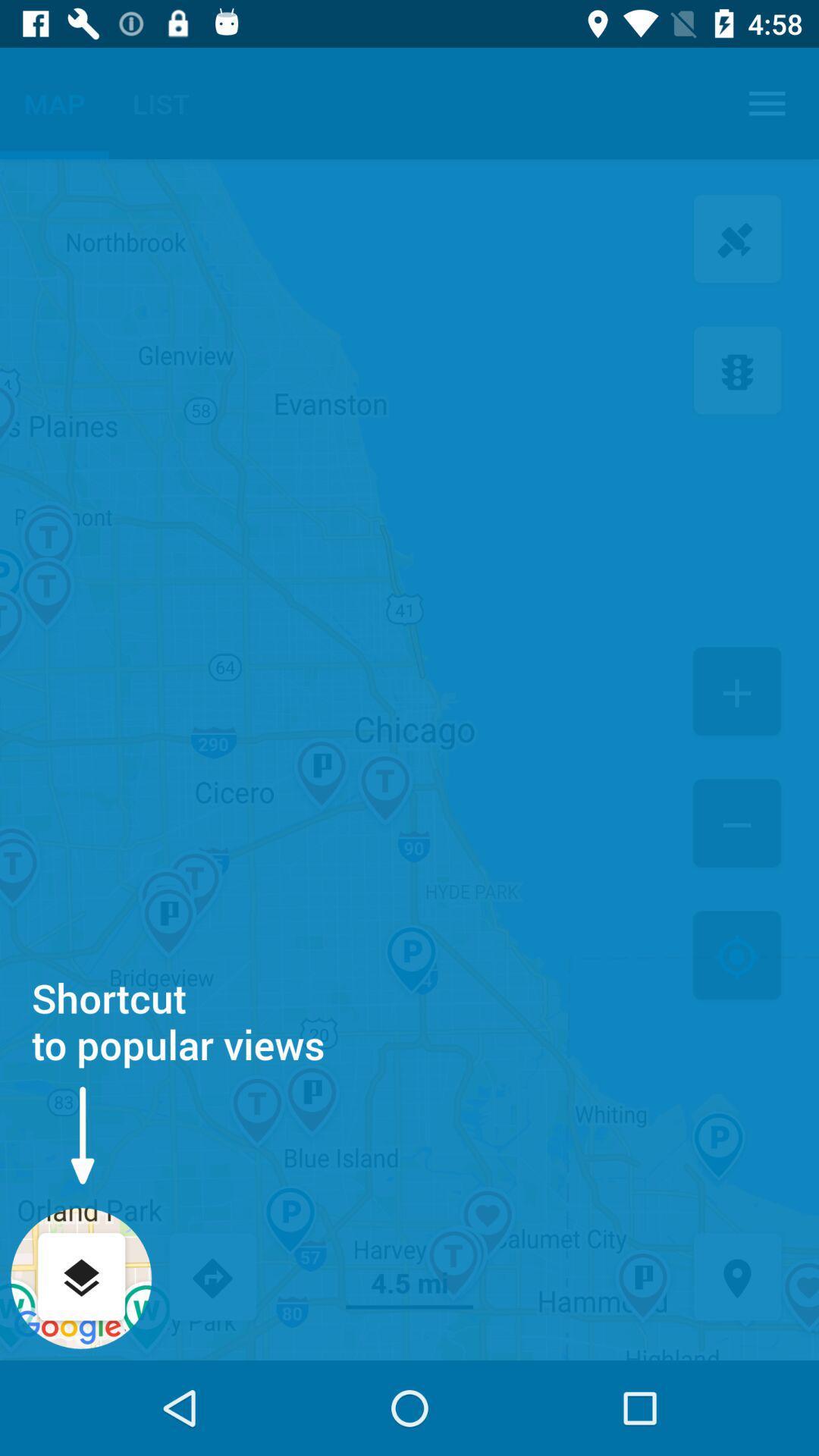  I want to click on view type, so click(81, 1278).